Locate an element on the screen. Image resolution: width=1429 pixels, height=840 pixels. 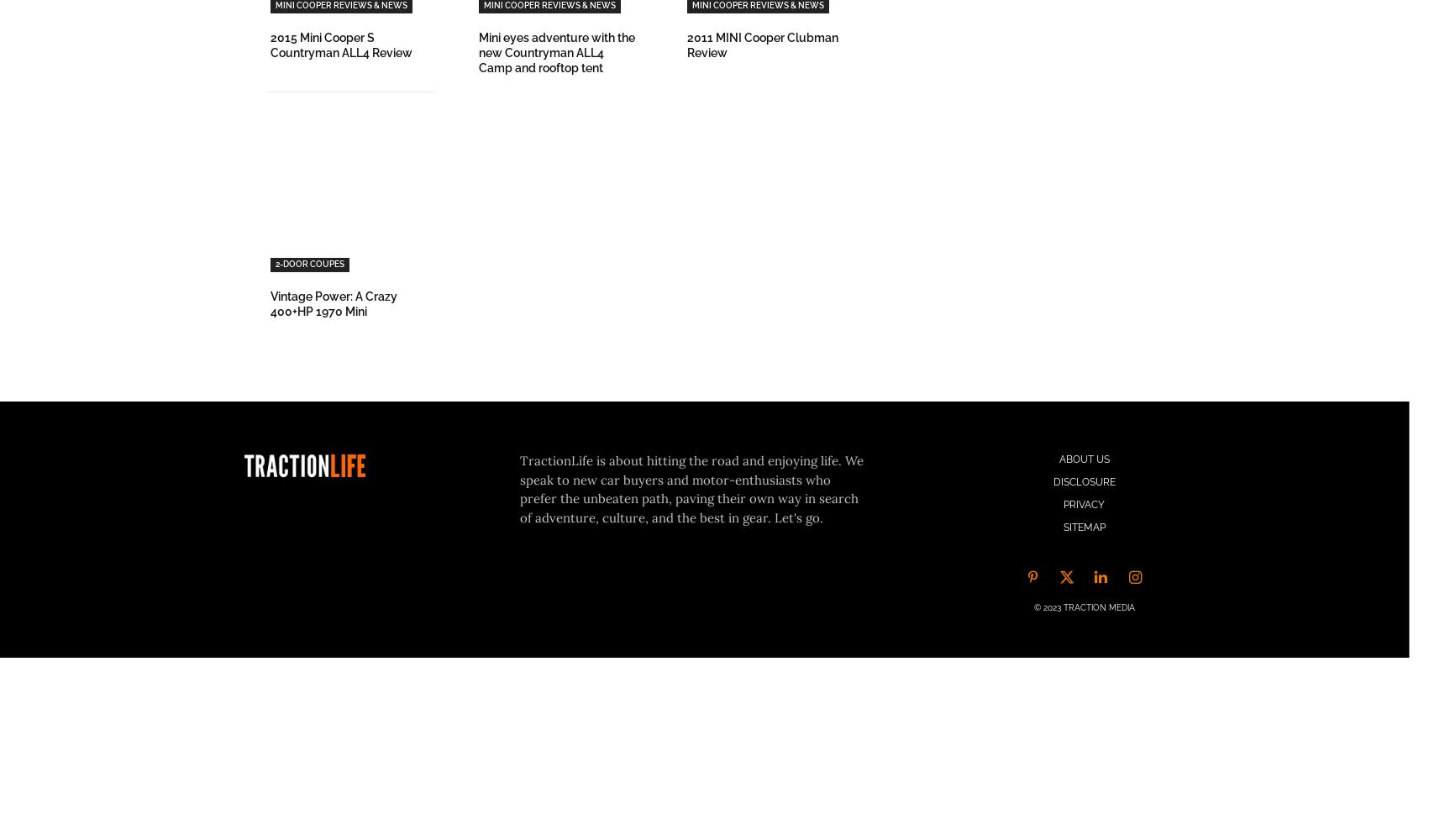
'About Us' is located at coordinates (1084, 459).